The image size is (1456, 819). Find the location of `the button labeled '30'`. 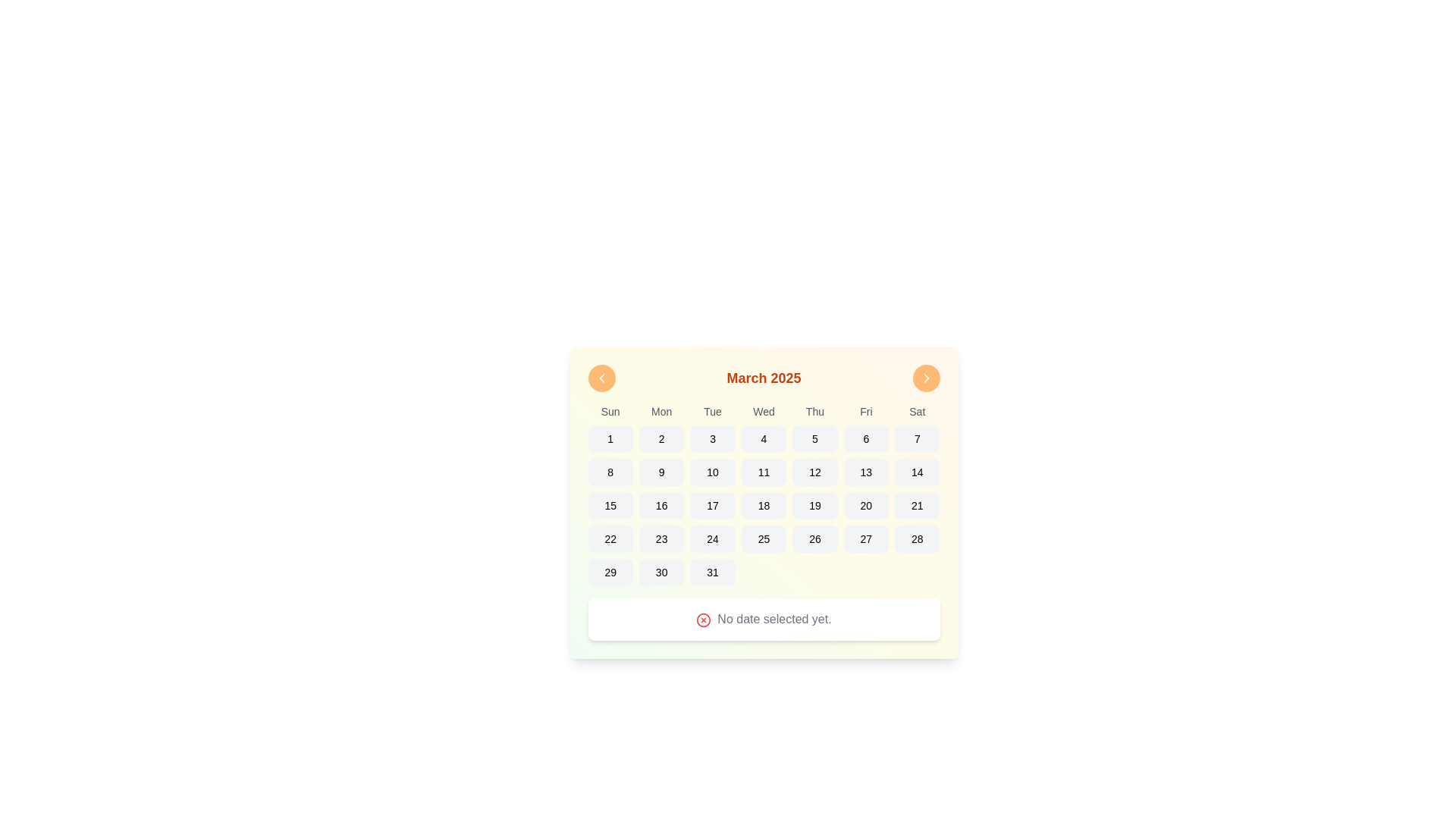

the button labeled '30' is located at coordinates (661, 573).